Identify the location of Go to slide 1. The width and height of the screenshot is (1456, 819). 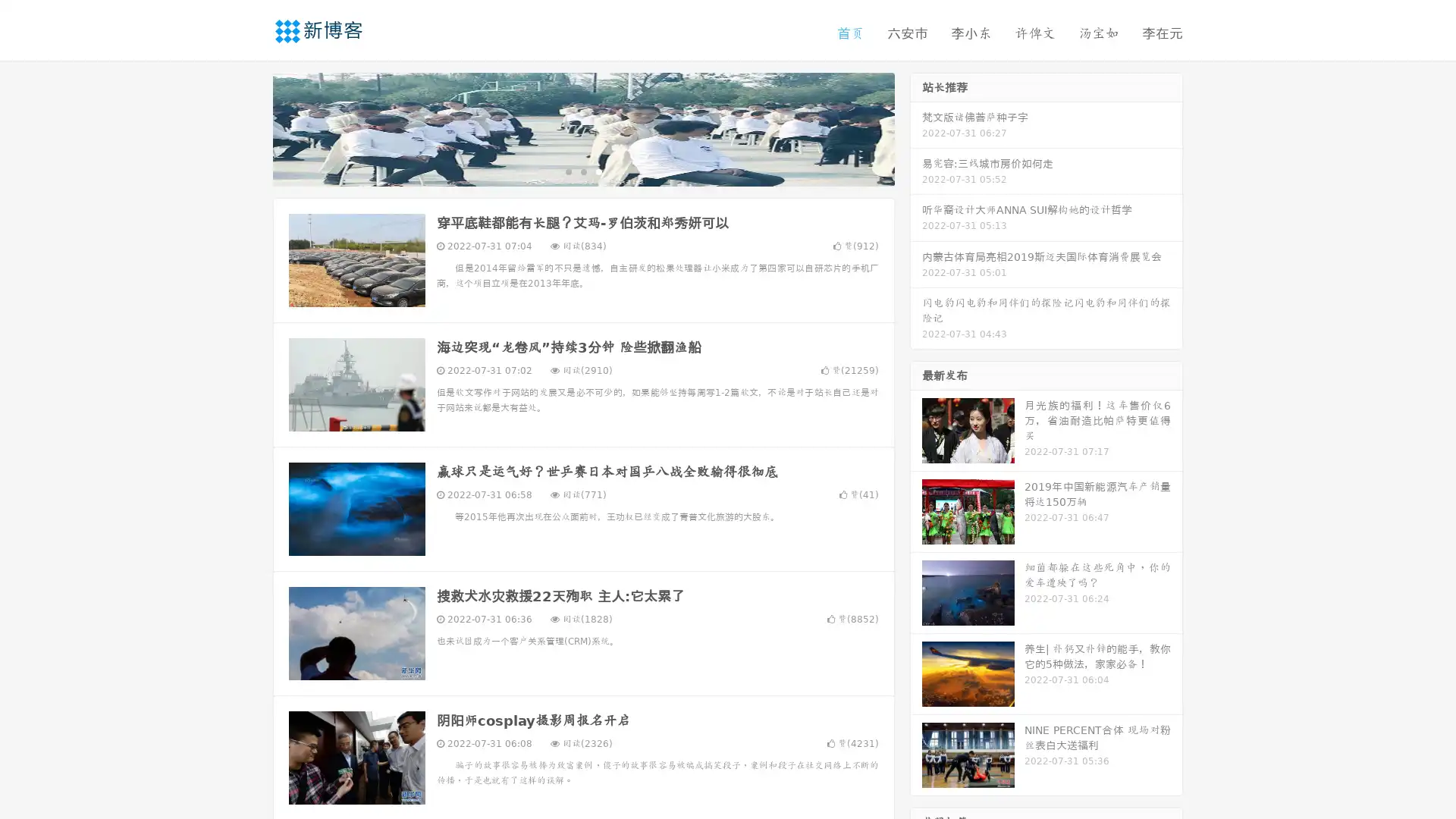
(567, 171).